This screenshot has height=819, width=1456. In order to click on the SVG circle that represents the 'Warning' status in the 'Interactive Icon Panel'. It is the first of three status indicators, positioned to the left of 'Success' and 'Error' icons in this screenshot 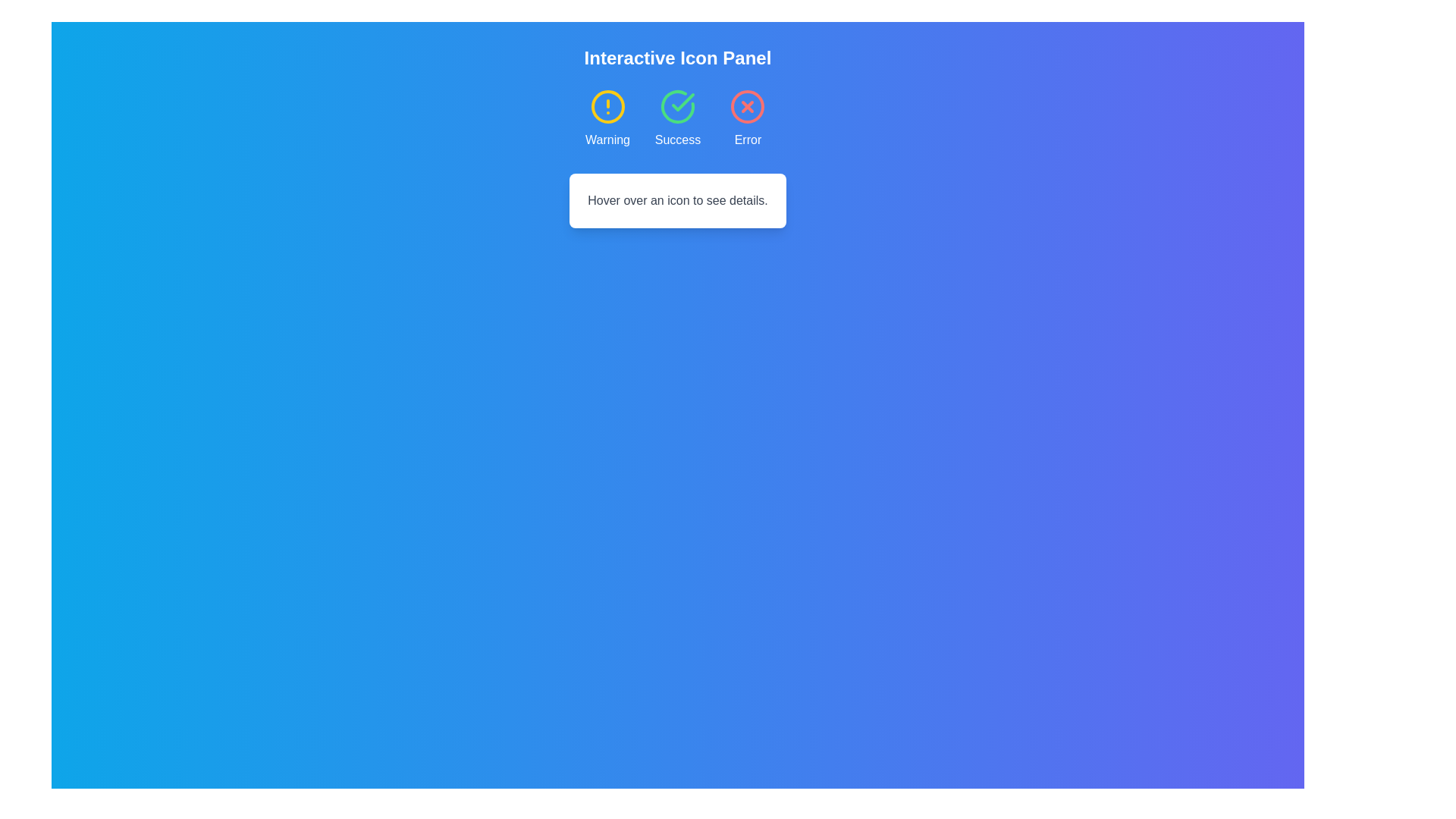, I will do `click(607, 106)`.